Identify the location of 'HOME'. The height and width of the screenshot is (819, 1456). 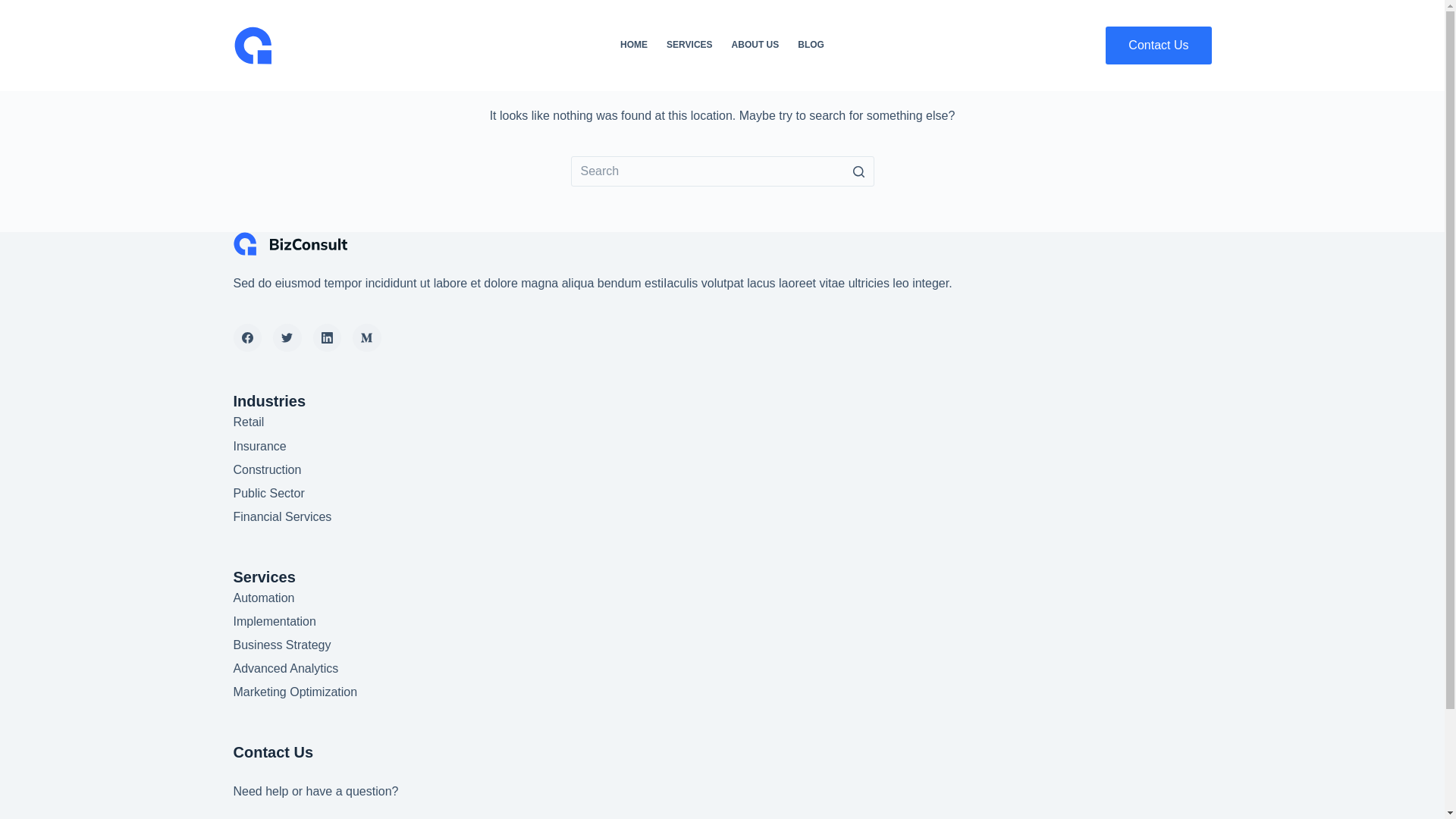
(634, 45).